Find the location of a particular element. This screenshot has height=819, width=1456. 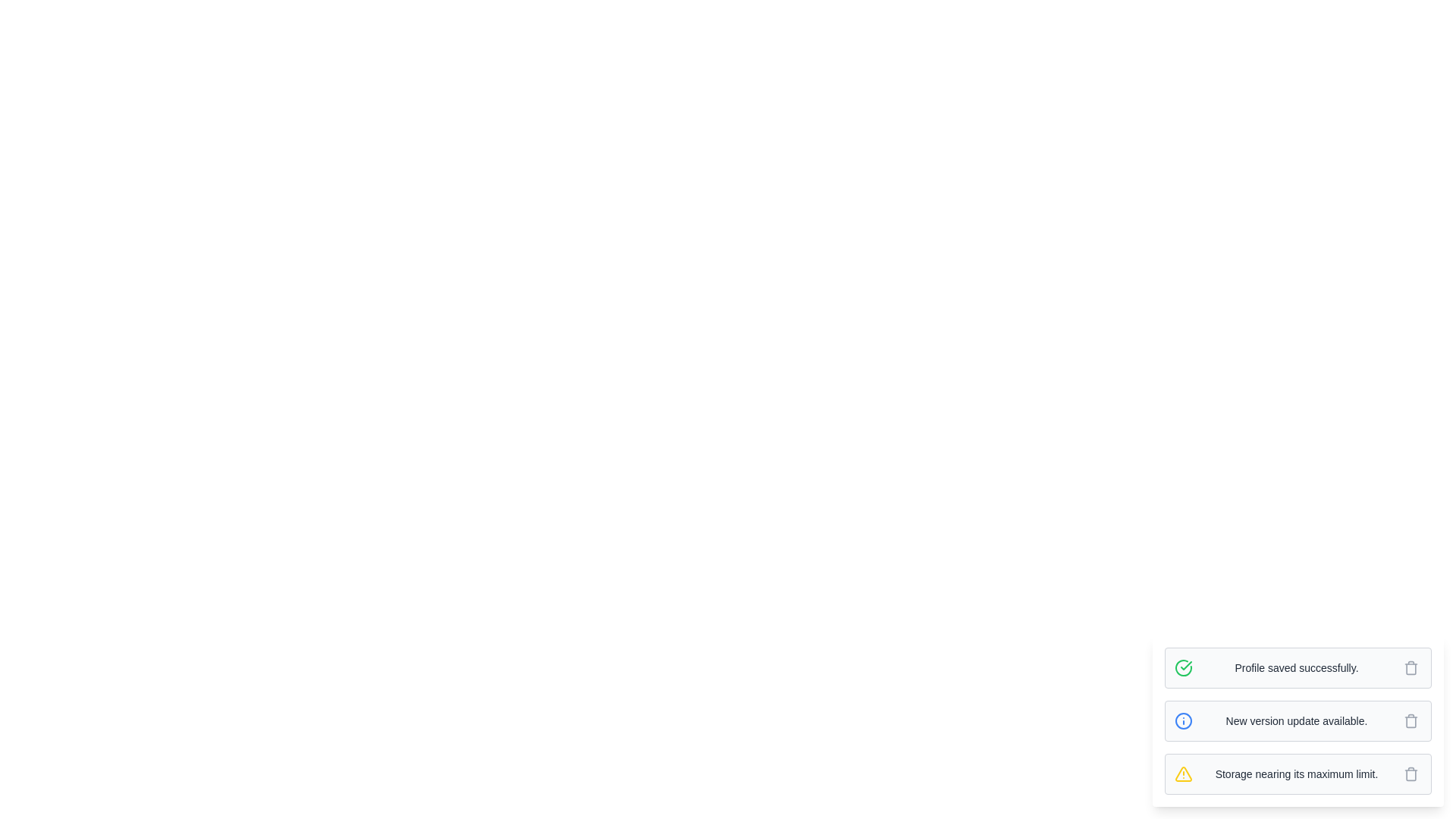

the delete button of the message with text 'Profile saved successfully.' is located at coordinates (1410, 667).